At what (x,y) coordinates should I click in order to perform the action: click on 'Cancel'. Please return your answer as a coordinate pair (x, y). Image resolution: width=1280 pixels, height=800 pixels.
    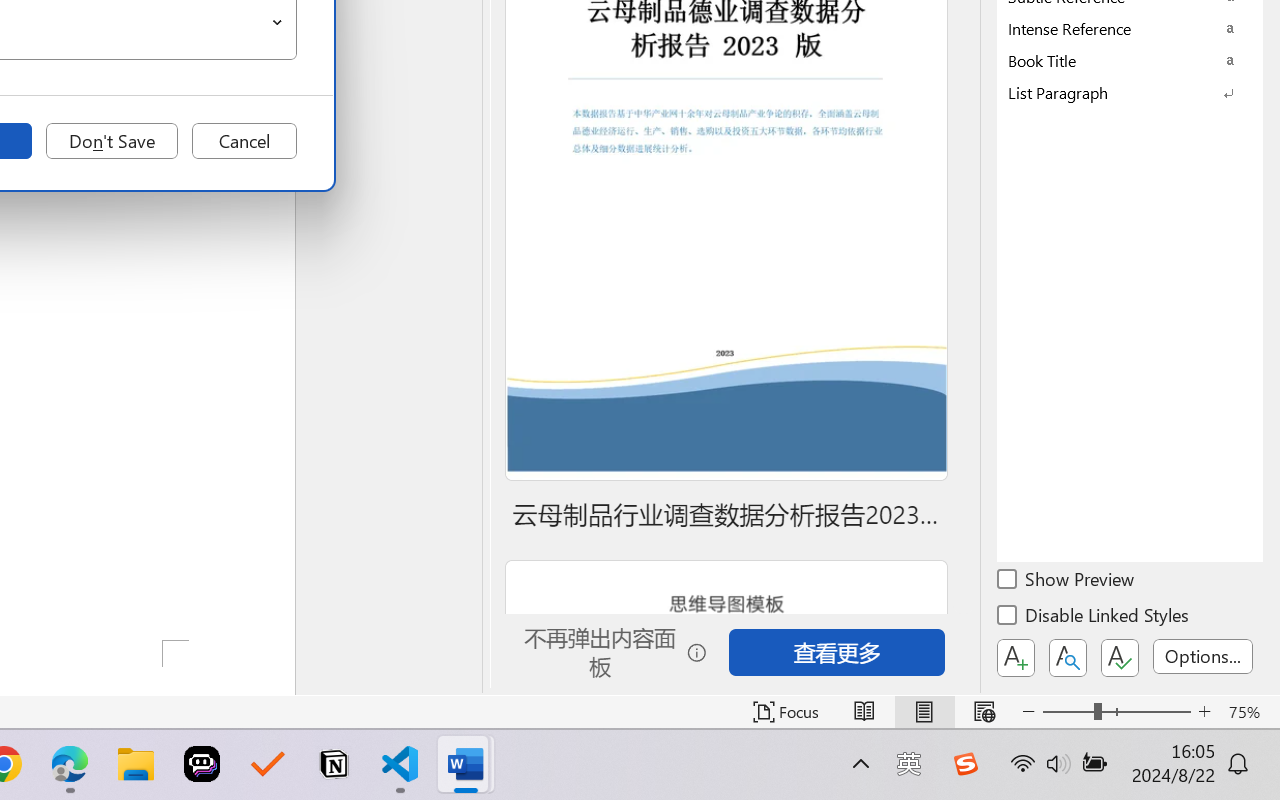
    Looking at the image, I should click on (243, 141).